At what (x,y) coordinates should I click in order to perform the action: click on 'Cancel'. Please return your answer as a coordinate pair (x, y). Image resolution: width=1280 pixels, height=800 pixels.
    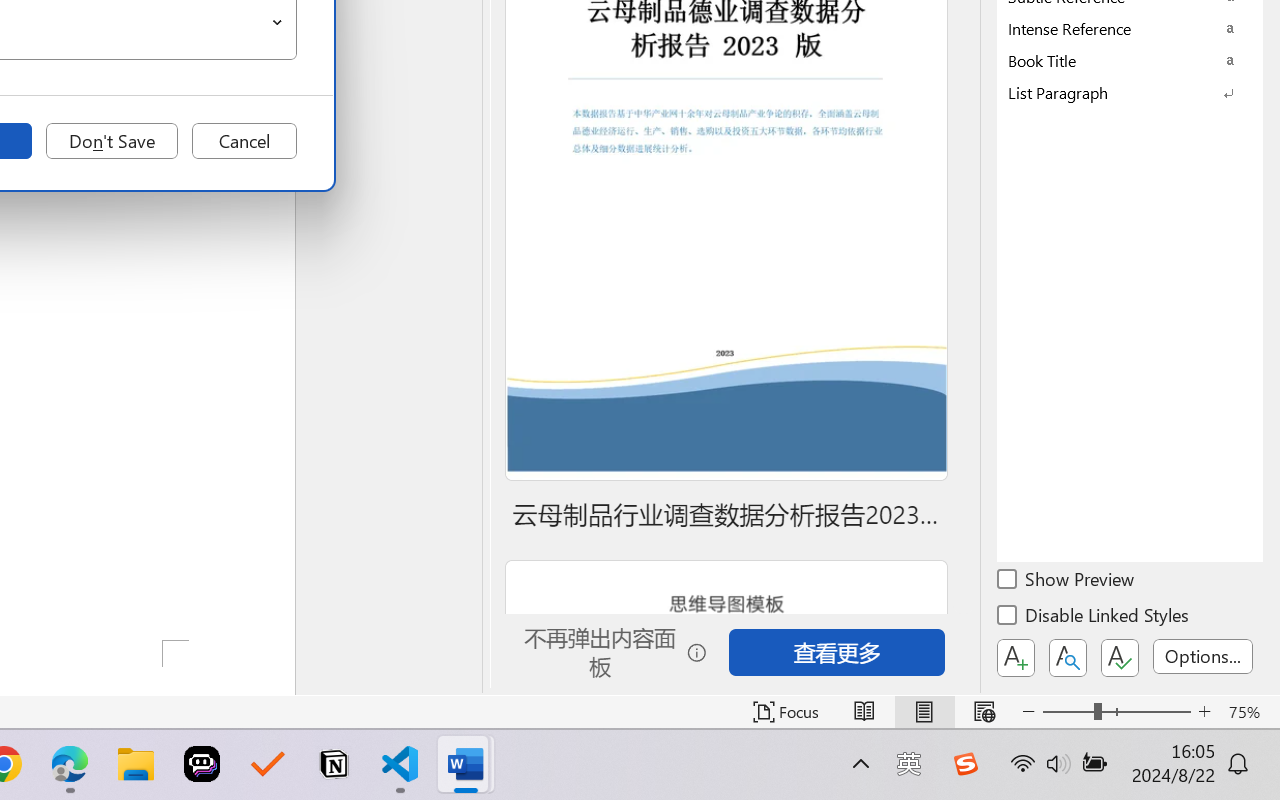
    Looking at the image, I should click on (243, 141).